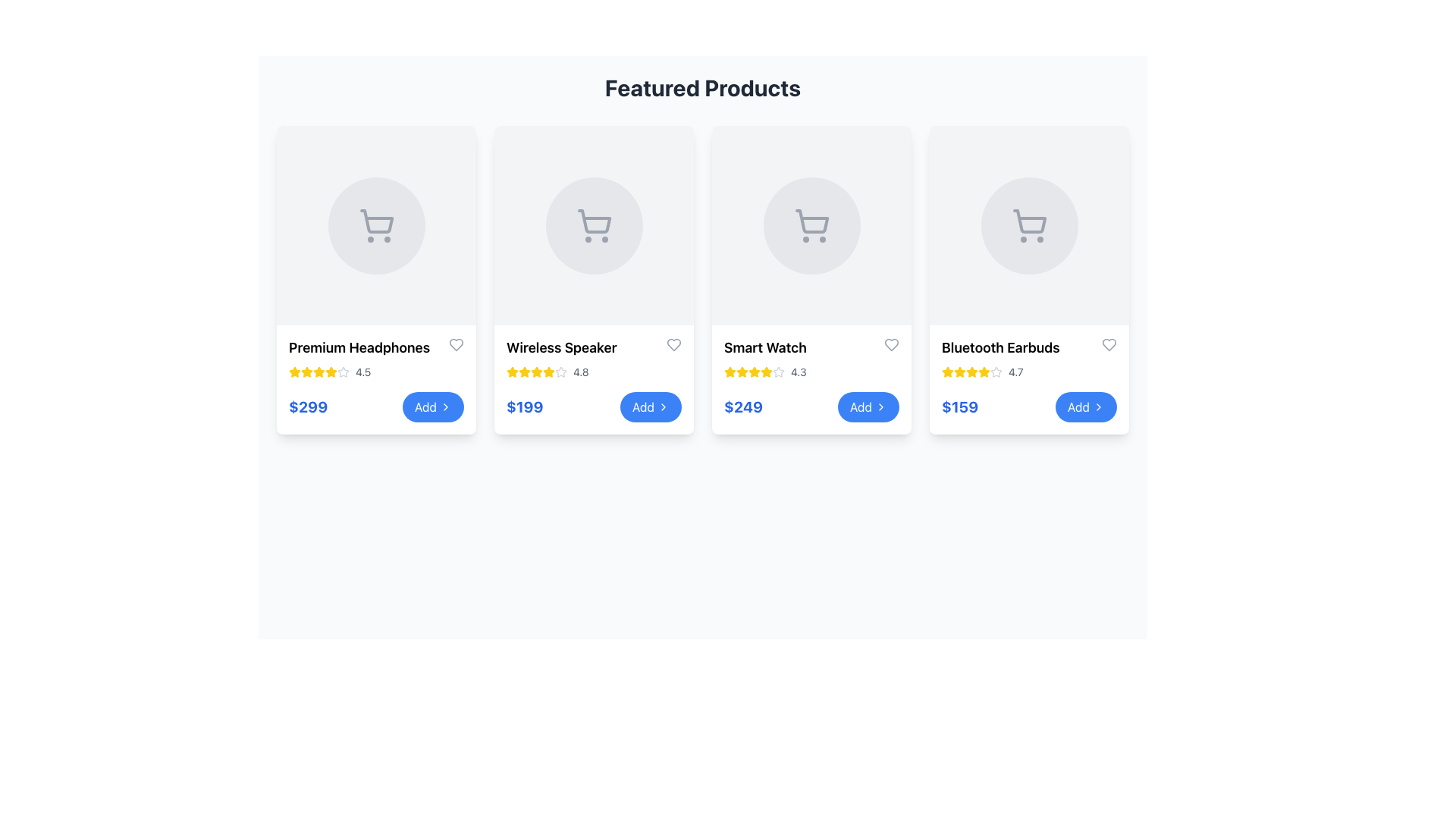  What do you see at coordinates (593, 348) in the screenshot?
I see `the text label displaying 'Wireless Speaker'` at bounding box center [593, 348].